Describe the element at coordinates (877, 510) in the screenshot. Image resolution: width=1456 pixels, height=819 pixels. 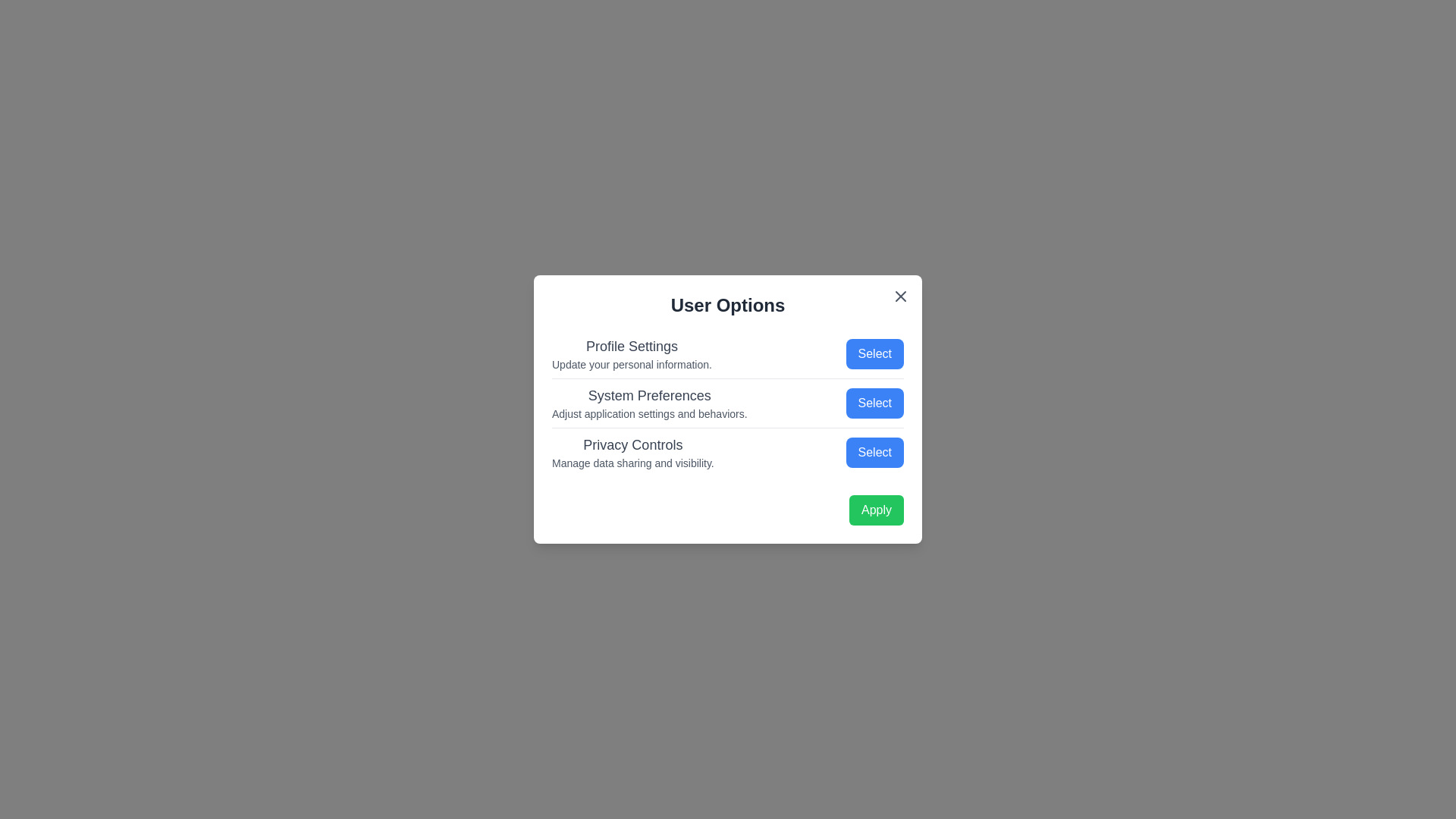
I see `the 'Apply' button to apply the selected settings` at that location.